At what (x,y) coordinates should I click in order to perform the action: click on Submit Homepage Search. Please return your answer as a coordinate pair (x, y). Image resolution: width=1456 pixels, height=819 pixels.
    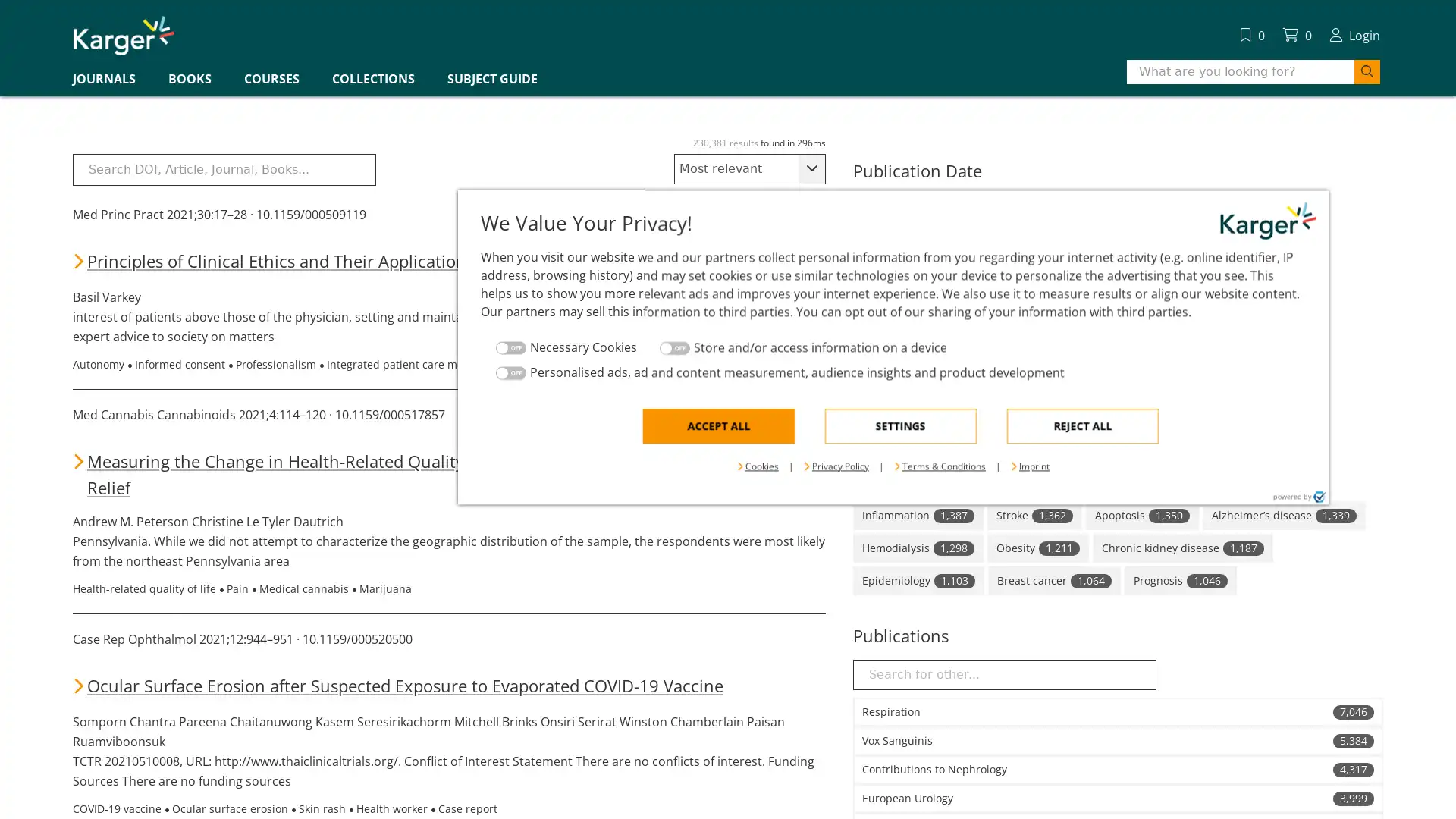
    Looking at the image, I should click on (916, 122).